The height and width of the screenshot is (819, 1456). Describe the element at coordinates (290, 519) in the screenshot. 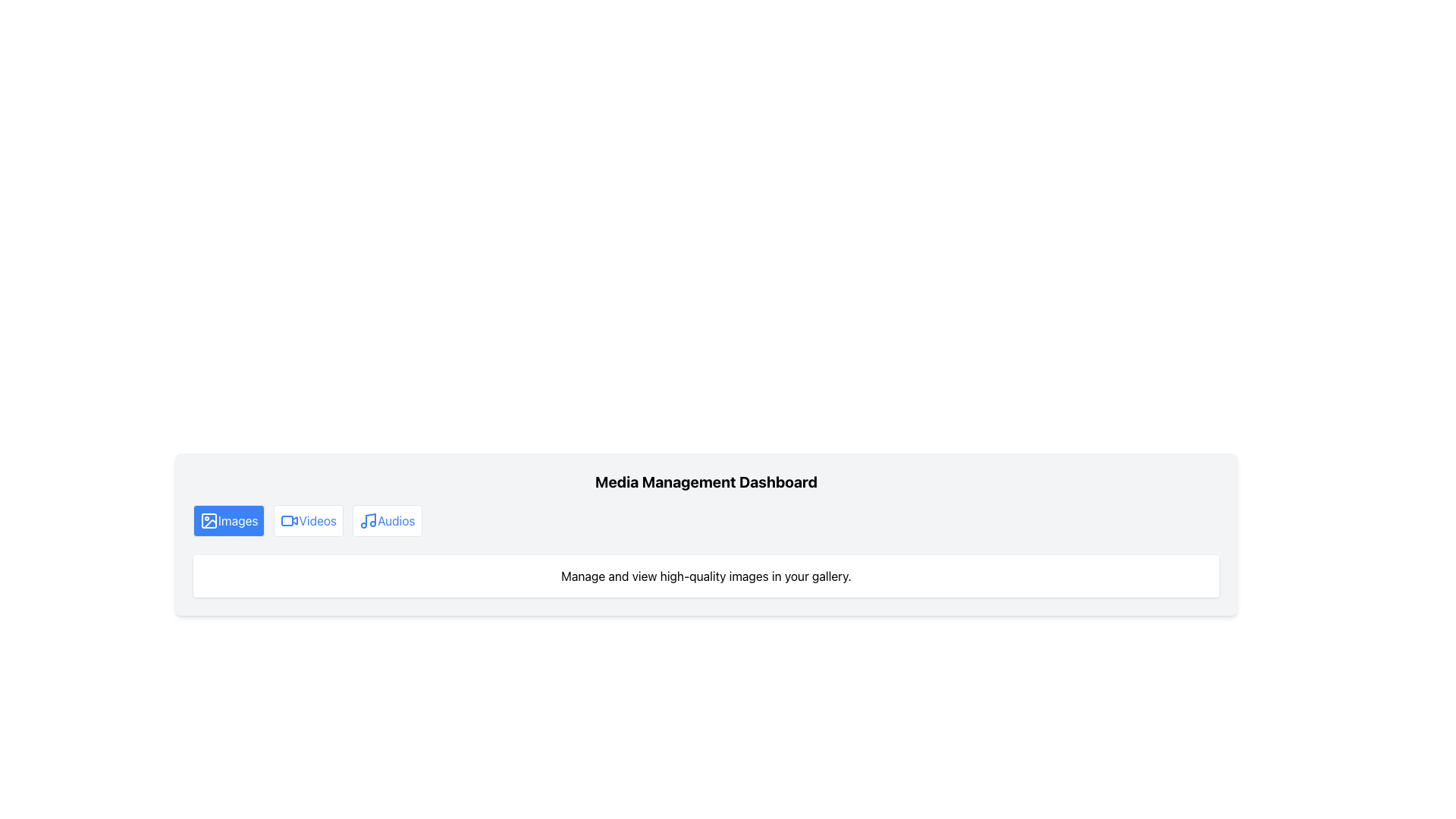

I see `the Decorative Icon representing the 'Videos' section, located inside the button labeled 'Videos' at the specified coordinates` at that location.